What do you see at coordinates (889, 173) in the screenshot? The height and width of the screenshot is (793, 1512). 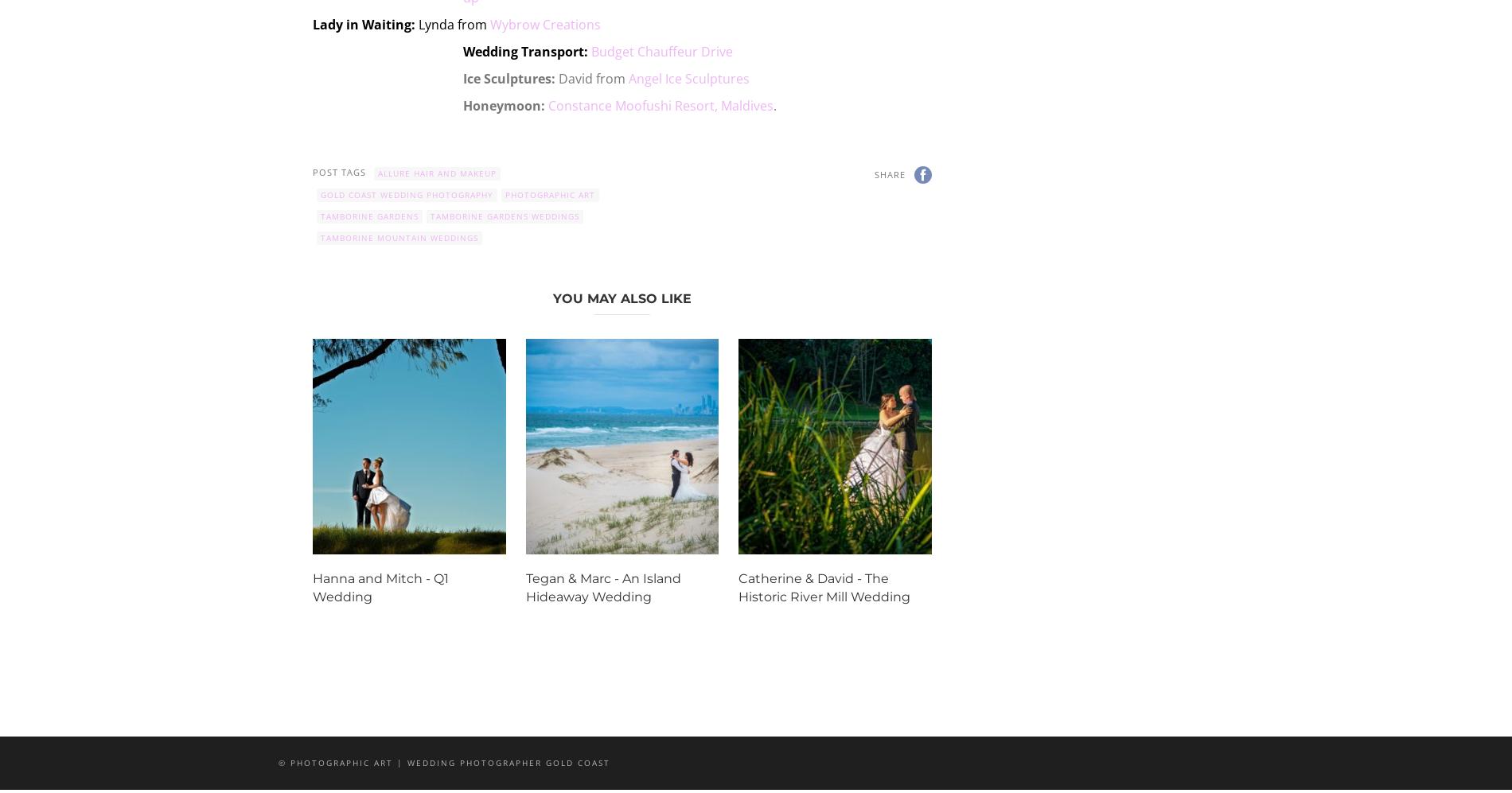 I see `'Share'` at bounding box center [889, 173].